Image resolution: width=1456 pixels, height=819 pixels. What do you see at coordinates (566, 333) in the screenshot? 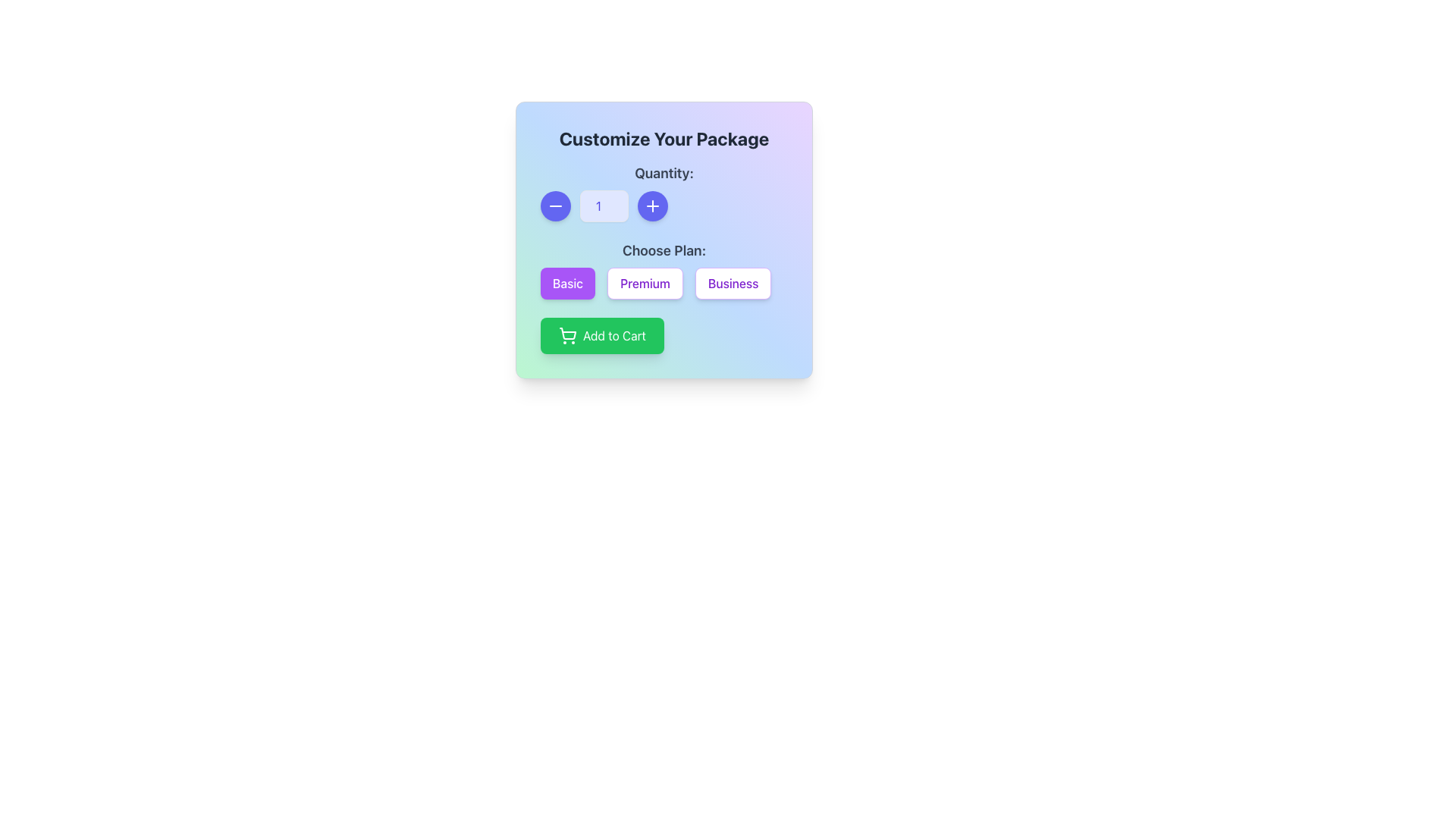
I see `the main body of the shopping cart icon, which is part of the green 'Add to Cart' button` at bounding box center [566, 333].